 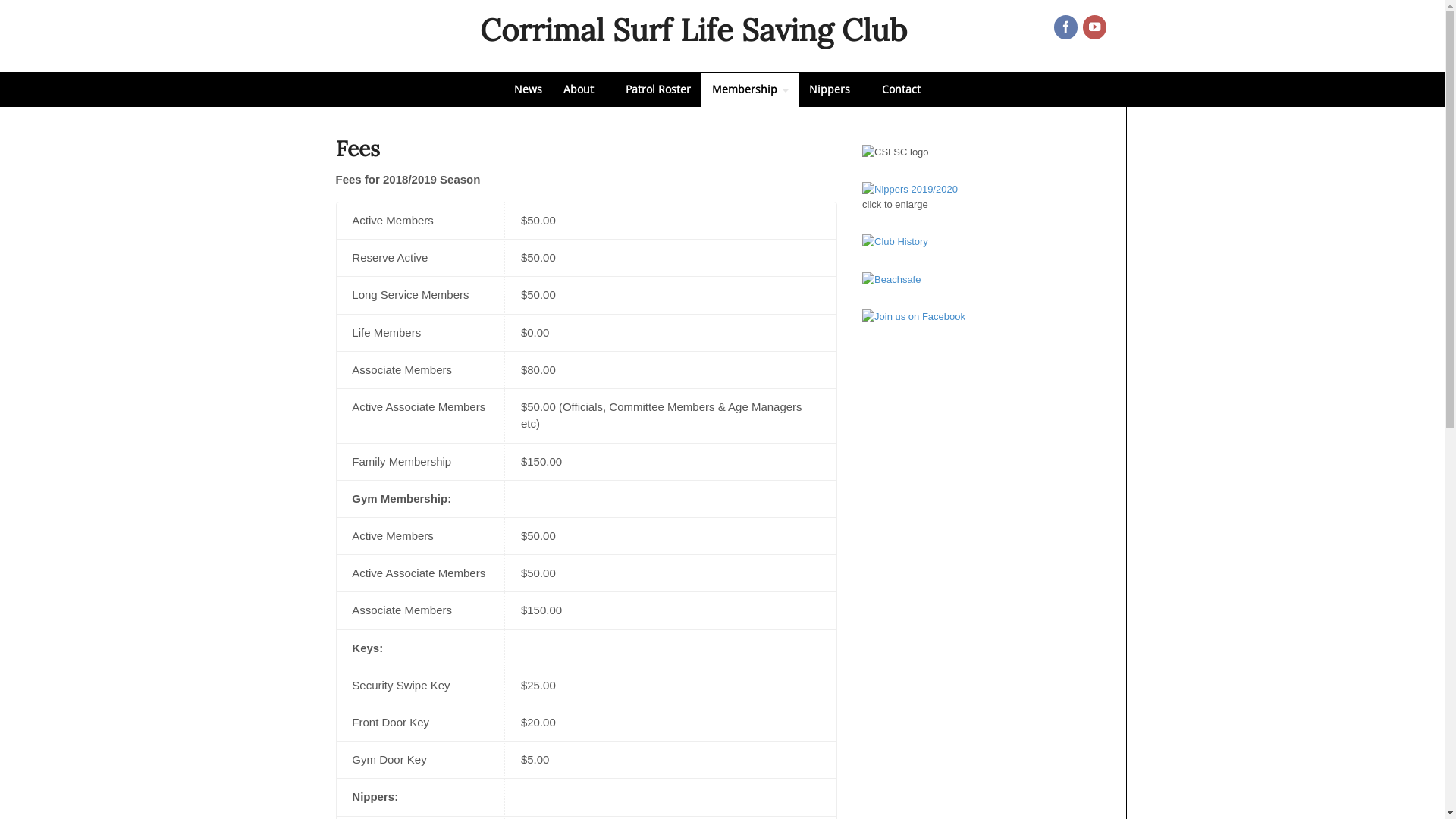 What do you see at coordinates (1095, 28) in the screenshot?
I see `'YouTube'` at bounding box center [1095, 28].